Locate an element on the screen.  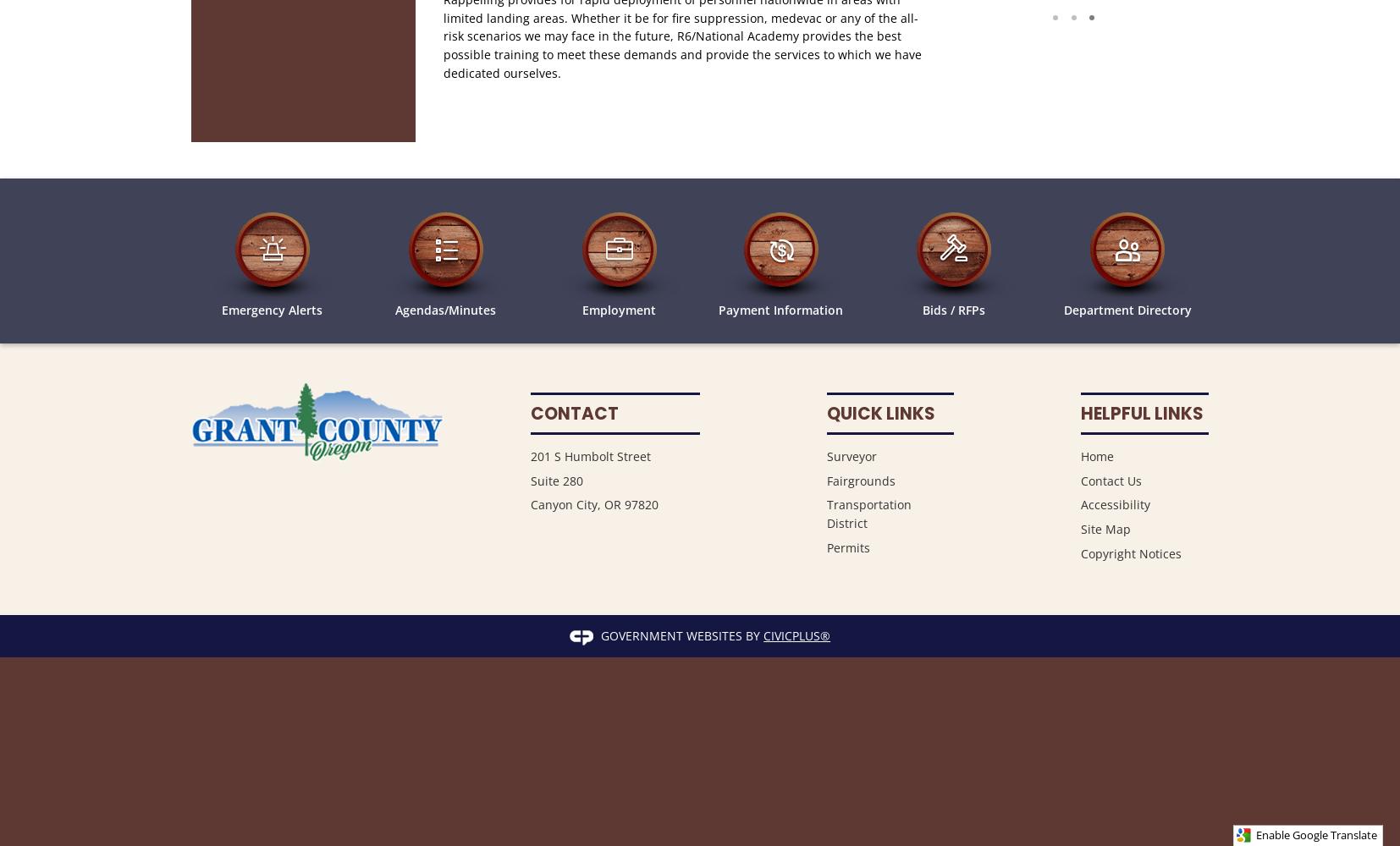
'Surveyor' is located at coordinates (826, 455).